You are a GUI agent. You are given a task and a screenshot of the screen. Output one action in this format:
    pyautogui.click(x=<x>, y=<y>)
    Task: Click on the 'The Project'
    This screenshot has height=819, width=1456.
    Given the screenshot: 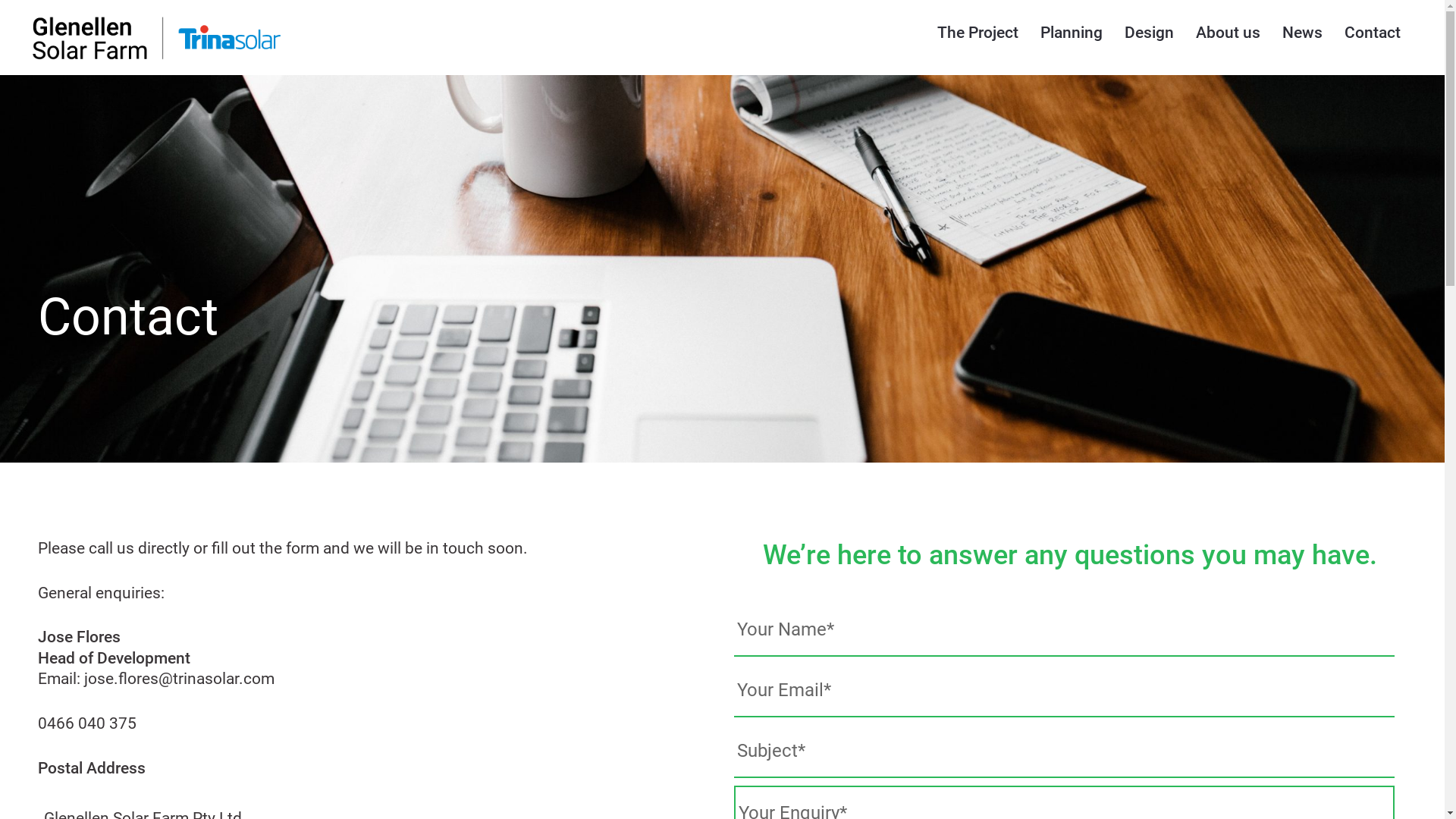 What is the action you would take?
    pyautogui.click(x=977, y=32)
    